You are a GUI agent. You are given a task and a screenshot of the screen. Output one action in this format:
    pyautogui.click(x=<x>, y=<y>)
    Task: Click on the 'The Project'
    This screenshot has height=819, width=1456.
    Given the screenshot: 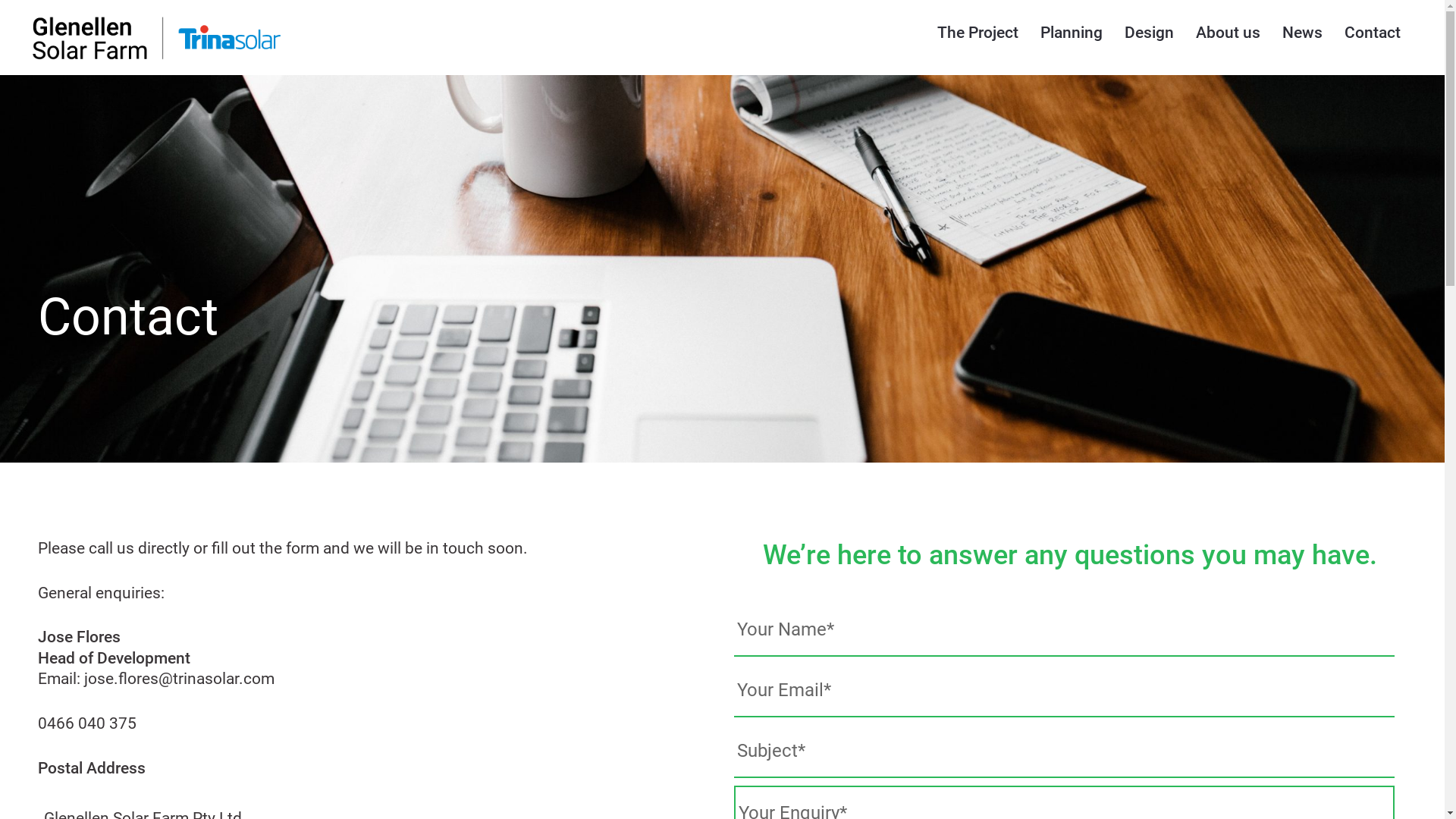 What is the action you would take?
    pyautogui.click(x=977, y=32)
    